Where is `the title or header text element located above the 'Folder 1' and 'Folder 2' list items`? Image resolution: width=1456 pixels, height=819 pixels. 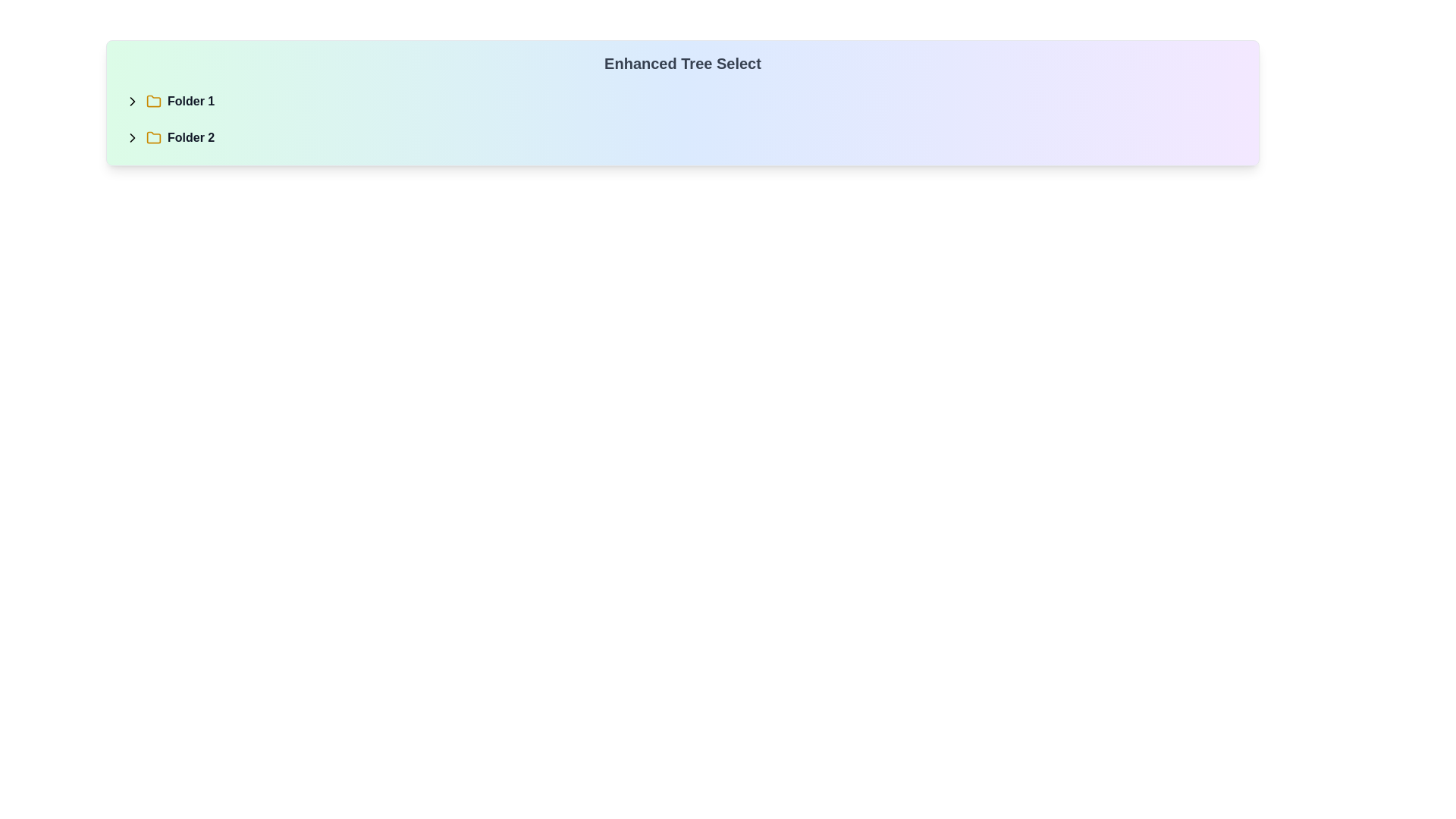 the title or header text element located above the 'Folder 1' and 'Folder 2' list items is located at coordinates (682, 63).